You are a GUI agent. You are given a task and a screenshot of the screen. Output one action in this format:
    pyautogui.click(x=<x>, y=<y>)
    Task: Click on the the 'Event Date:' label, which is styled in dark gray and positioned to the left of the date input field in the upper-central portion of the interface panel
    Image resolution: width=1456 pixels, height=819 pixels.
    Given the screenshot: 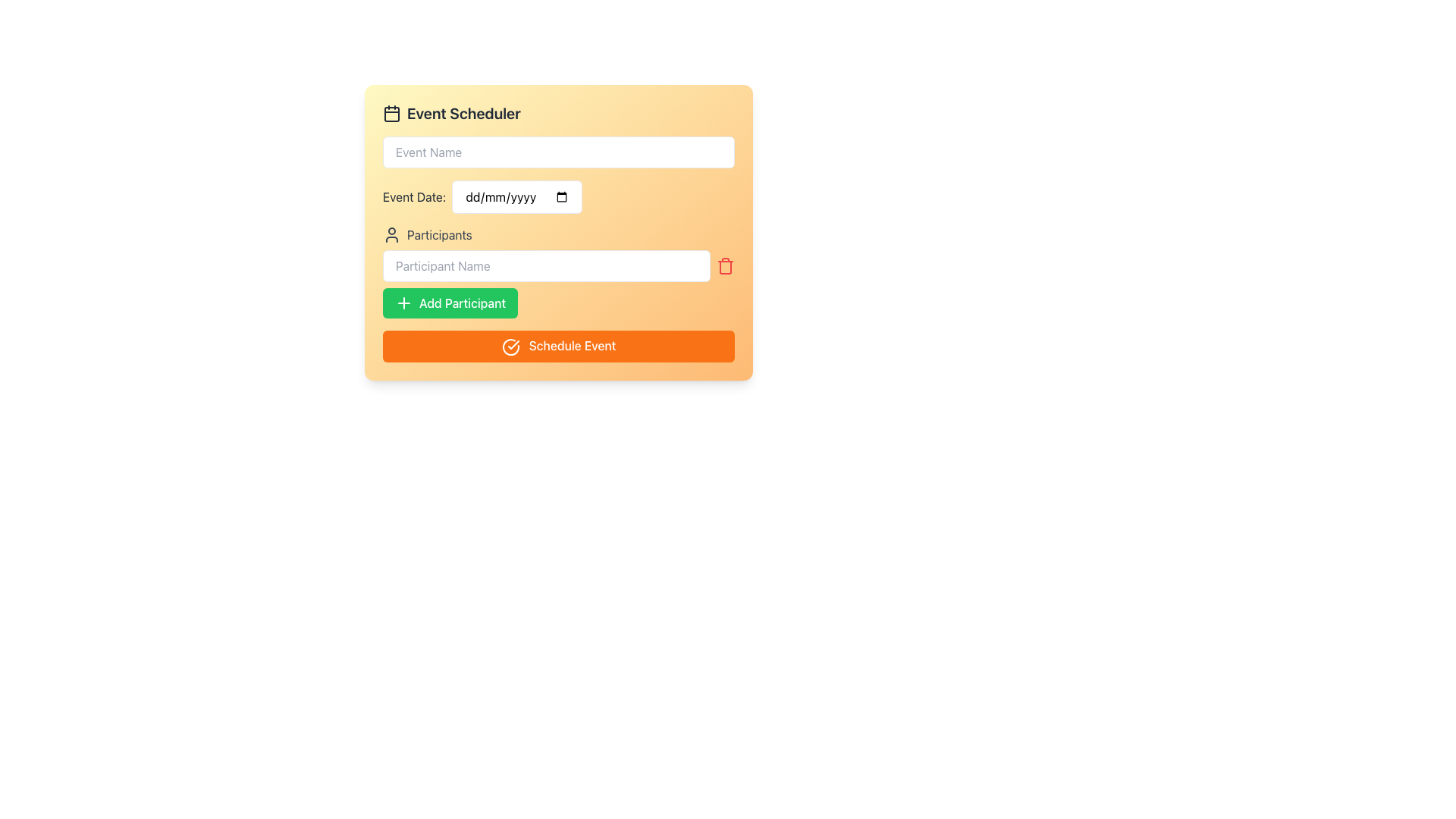 What is the action you would take?
    pyautogui.click(x=414, y=196)
    